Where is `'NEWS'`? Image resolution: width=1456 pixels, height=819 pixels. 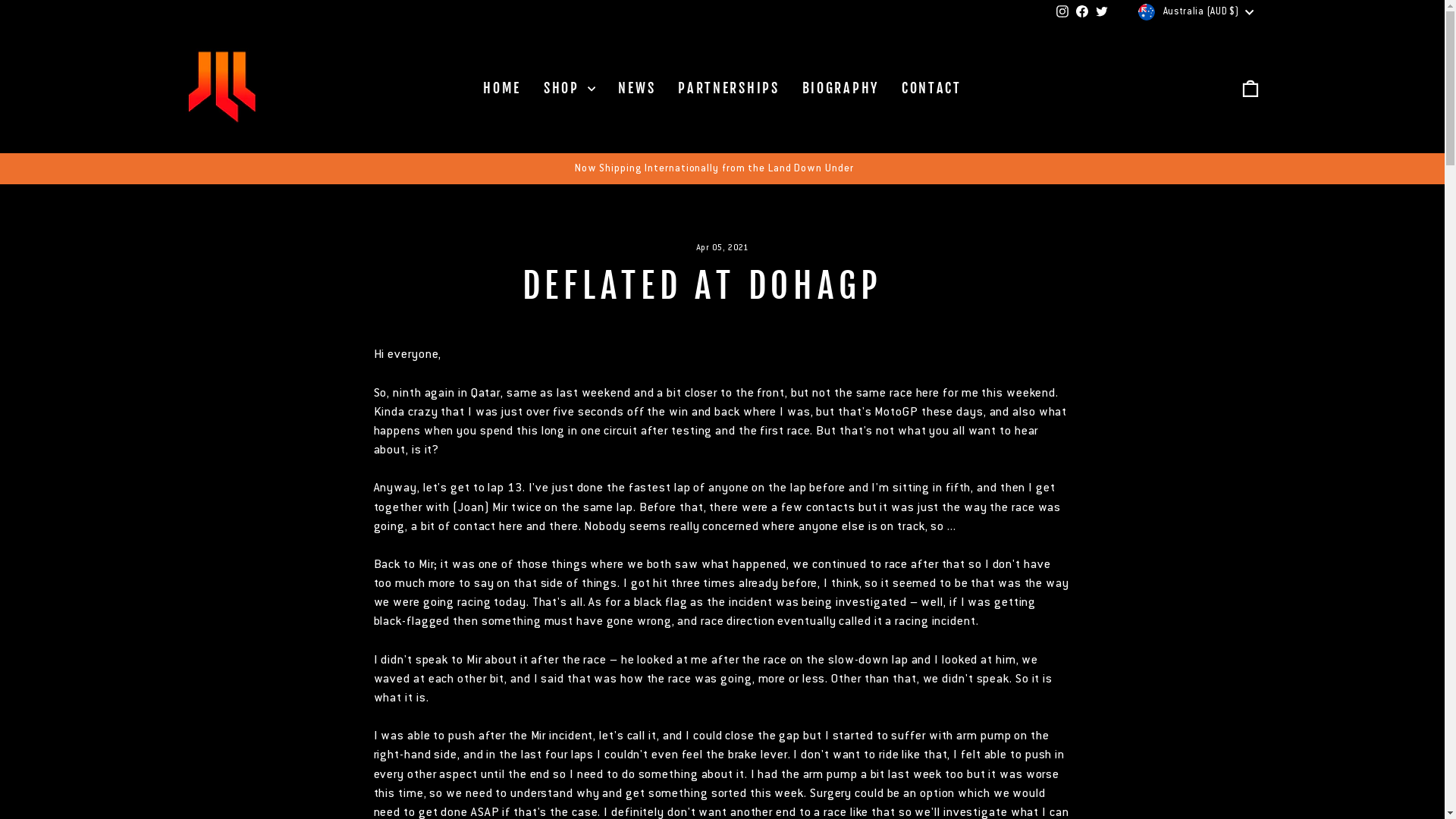
'NEWS' is located at coordinates (607, 89).